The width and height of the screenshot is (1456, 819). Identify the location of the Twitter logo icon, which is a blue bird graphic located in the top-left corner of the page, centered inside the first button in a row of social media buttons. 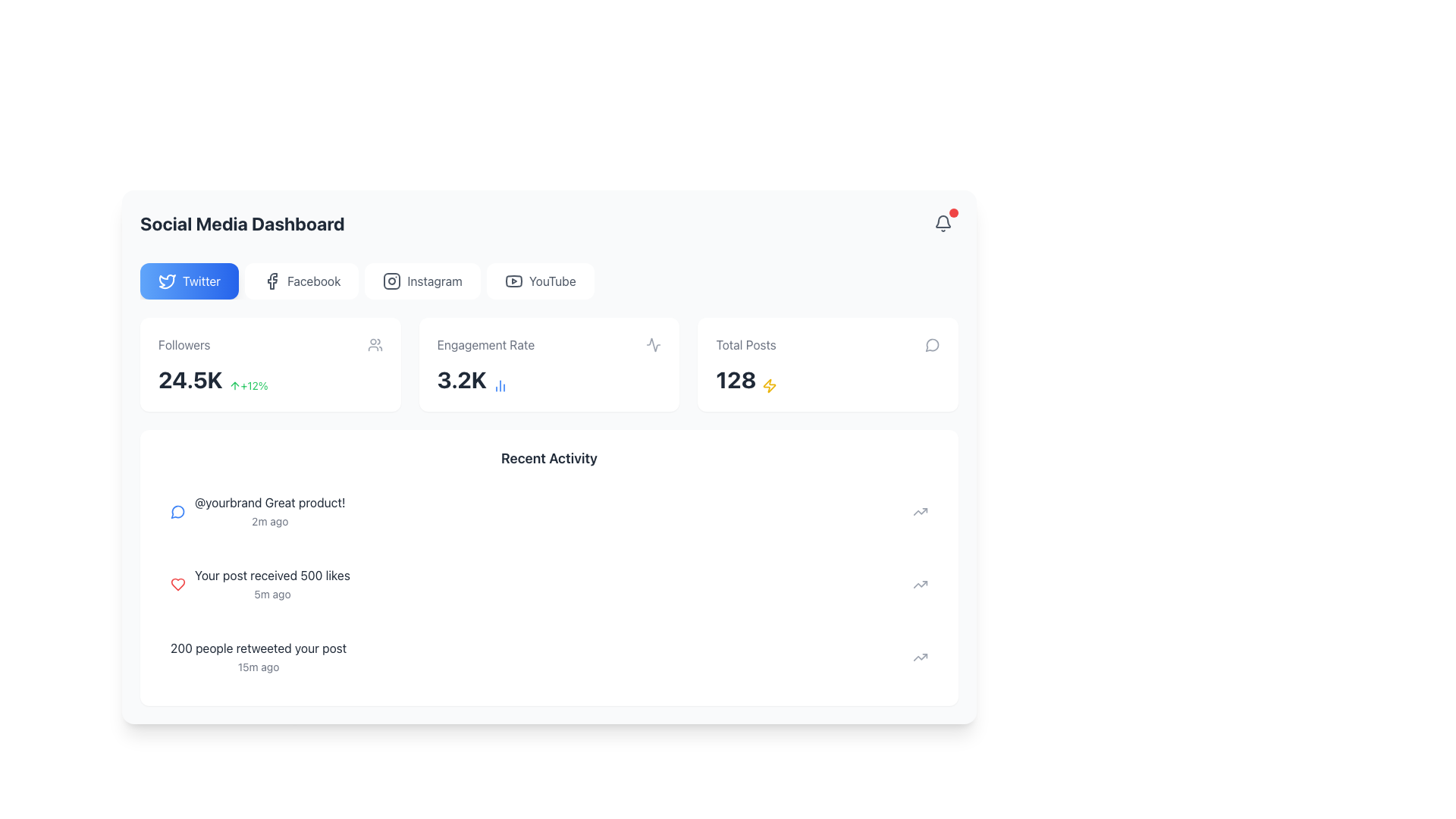
(167, 281).